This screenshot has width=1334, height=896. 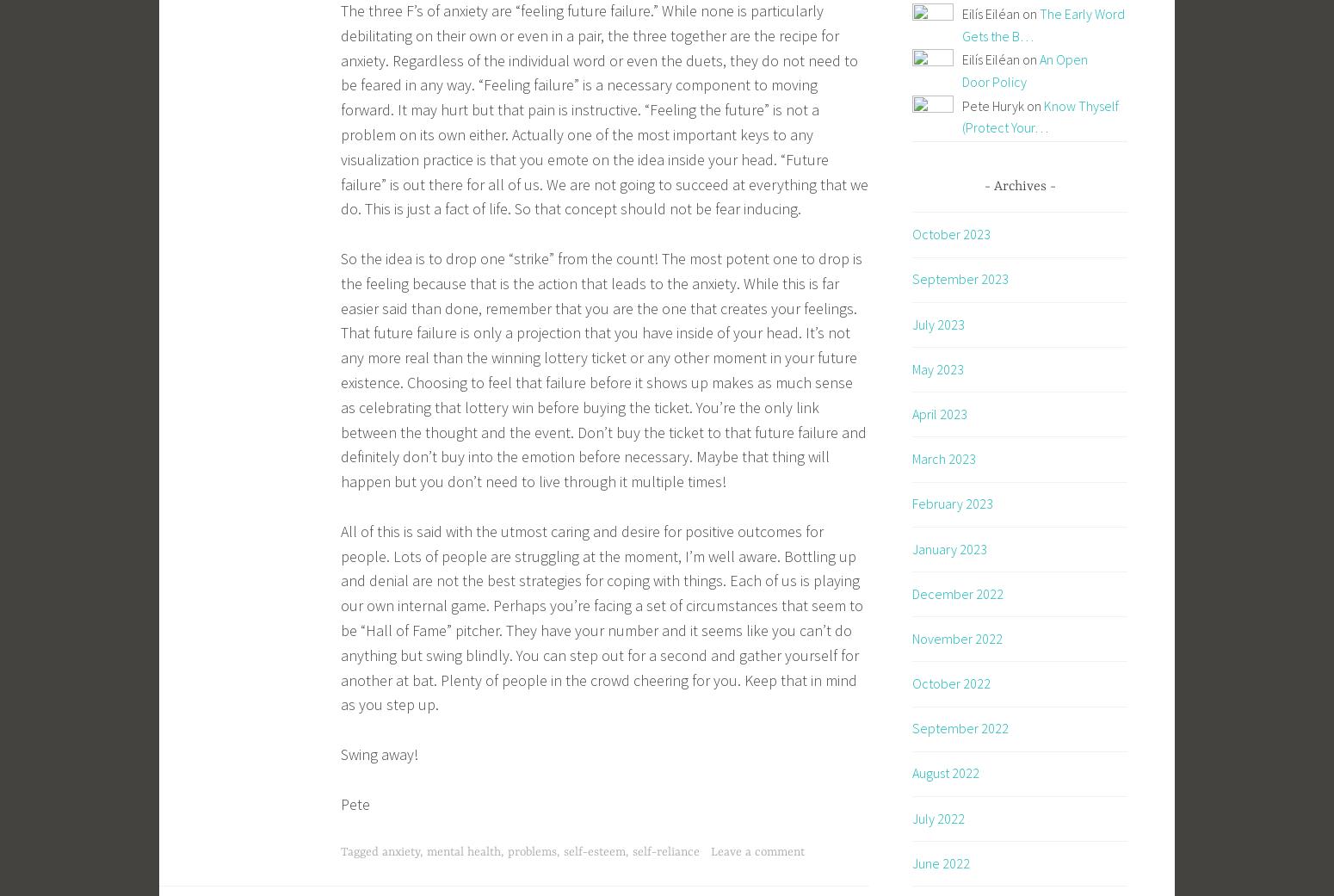 What do you see at coordinates (355, 802) in the screenshot?
I see `'Pete'` at bounding box center [355, 802].